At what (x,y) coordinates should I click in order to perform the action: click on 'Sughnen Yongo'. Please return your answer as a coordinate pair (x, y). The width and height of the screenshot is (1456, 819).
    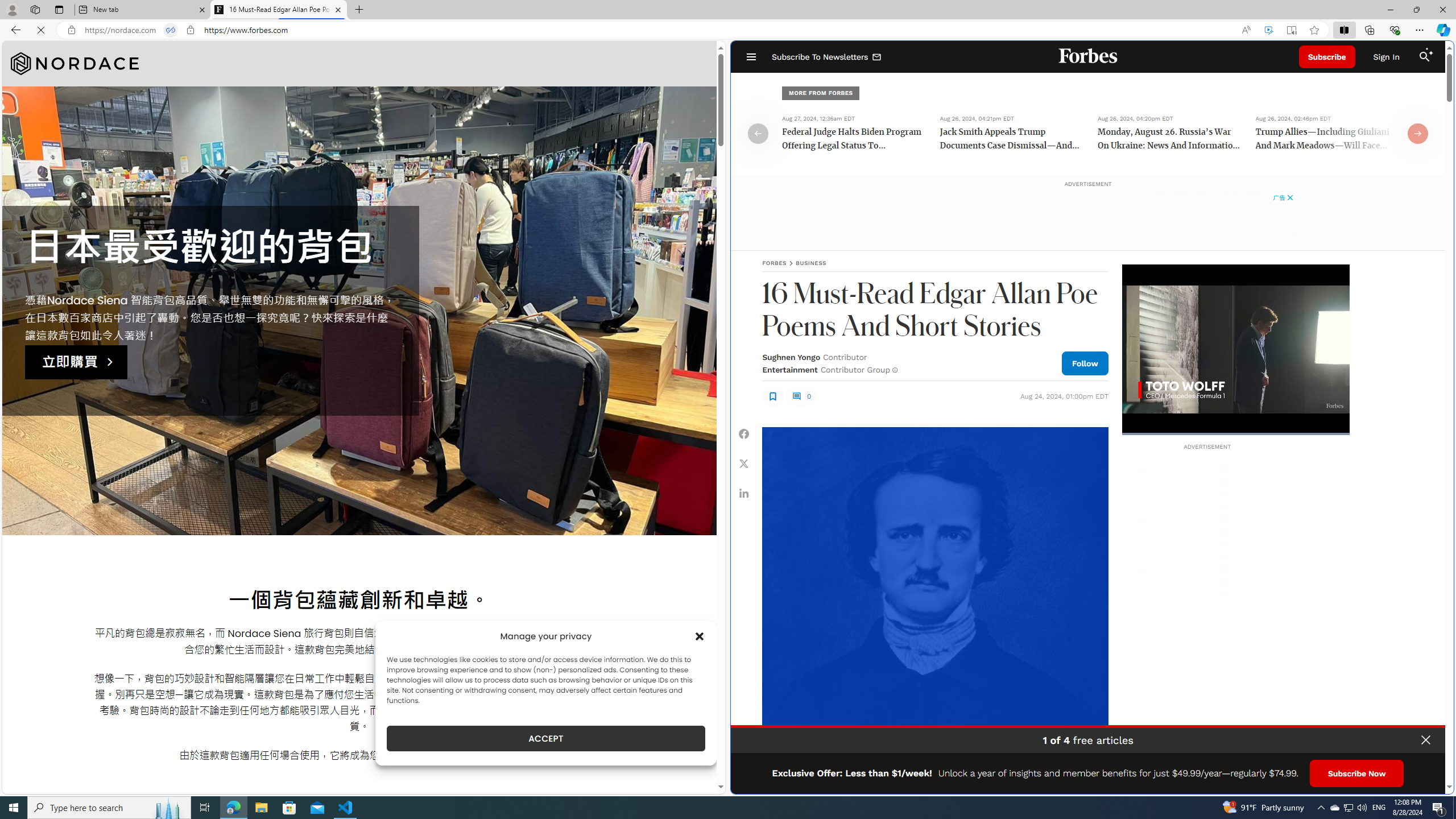
    Looking at the image, I should click on (791, 357).